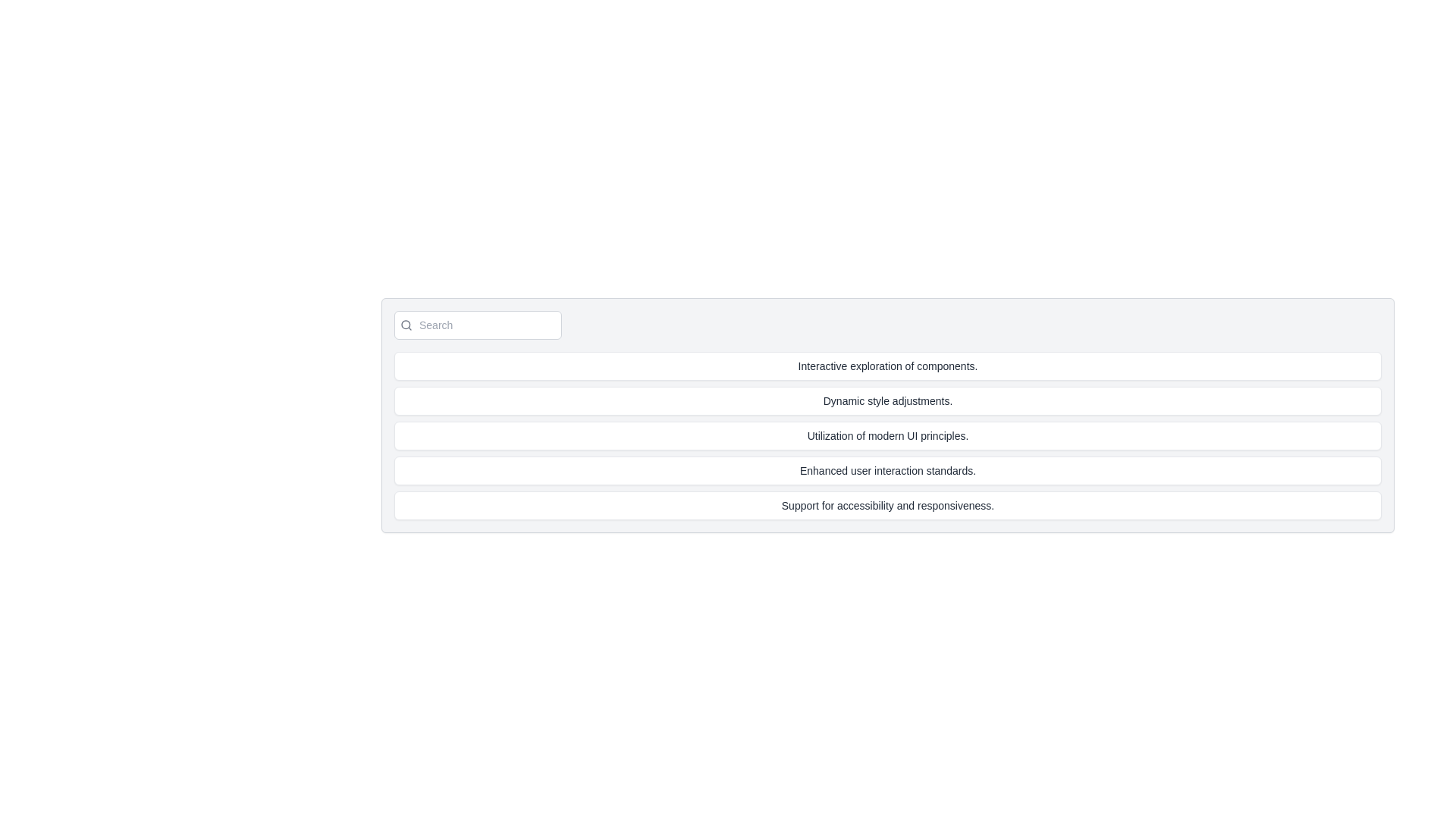 The width and height of the screenshot is (1456, 819). I want to click on the character 'n' which is part of the phrase 'Enhanced user interaction standards.' located towards the end of the displayed sentence, so click(943, 470).